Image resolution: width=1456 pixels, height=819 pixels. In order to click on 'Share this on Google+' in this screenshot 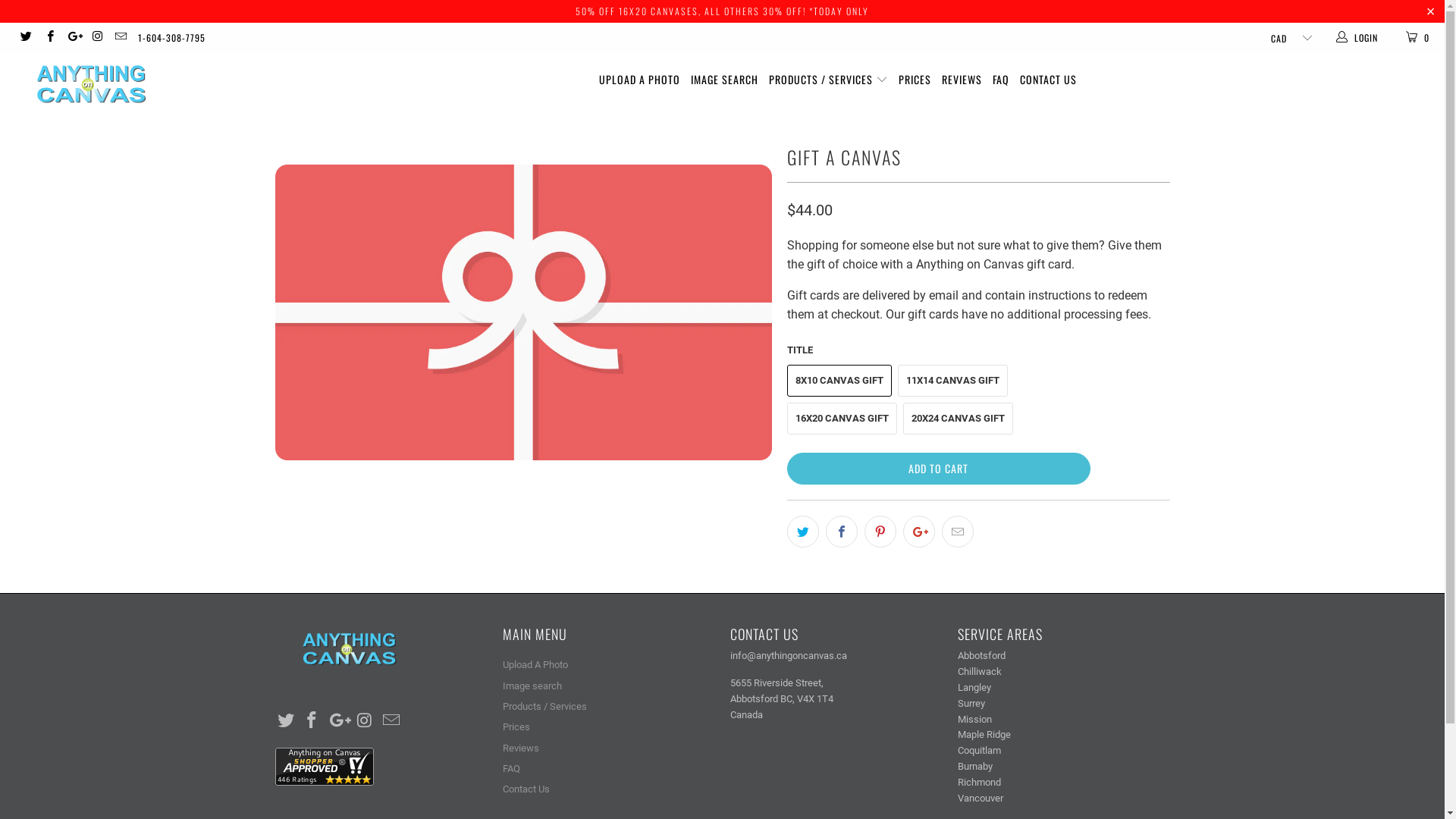, I will do `click(917, 531)`.